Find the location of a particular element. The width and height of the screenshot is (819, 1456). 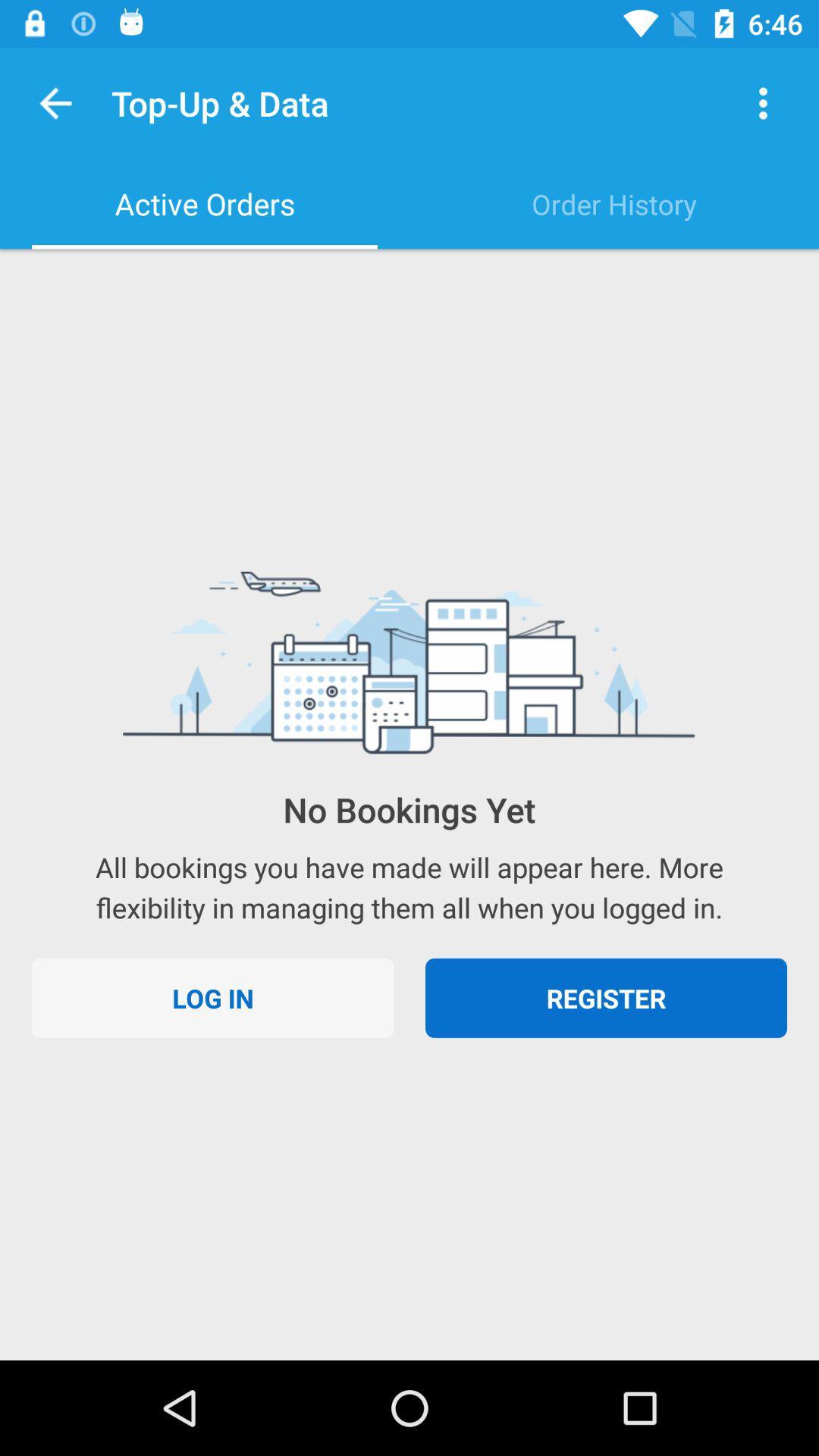

register item is located at coordinates (605, 998).